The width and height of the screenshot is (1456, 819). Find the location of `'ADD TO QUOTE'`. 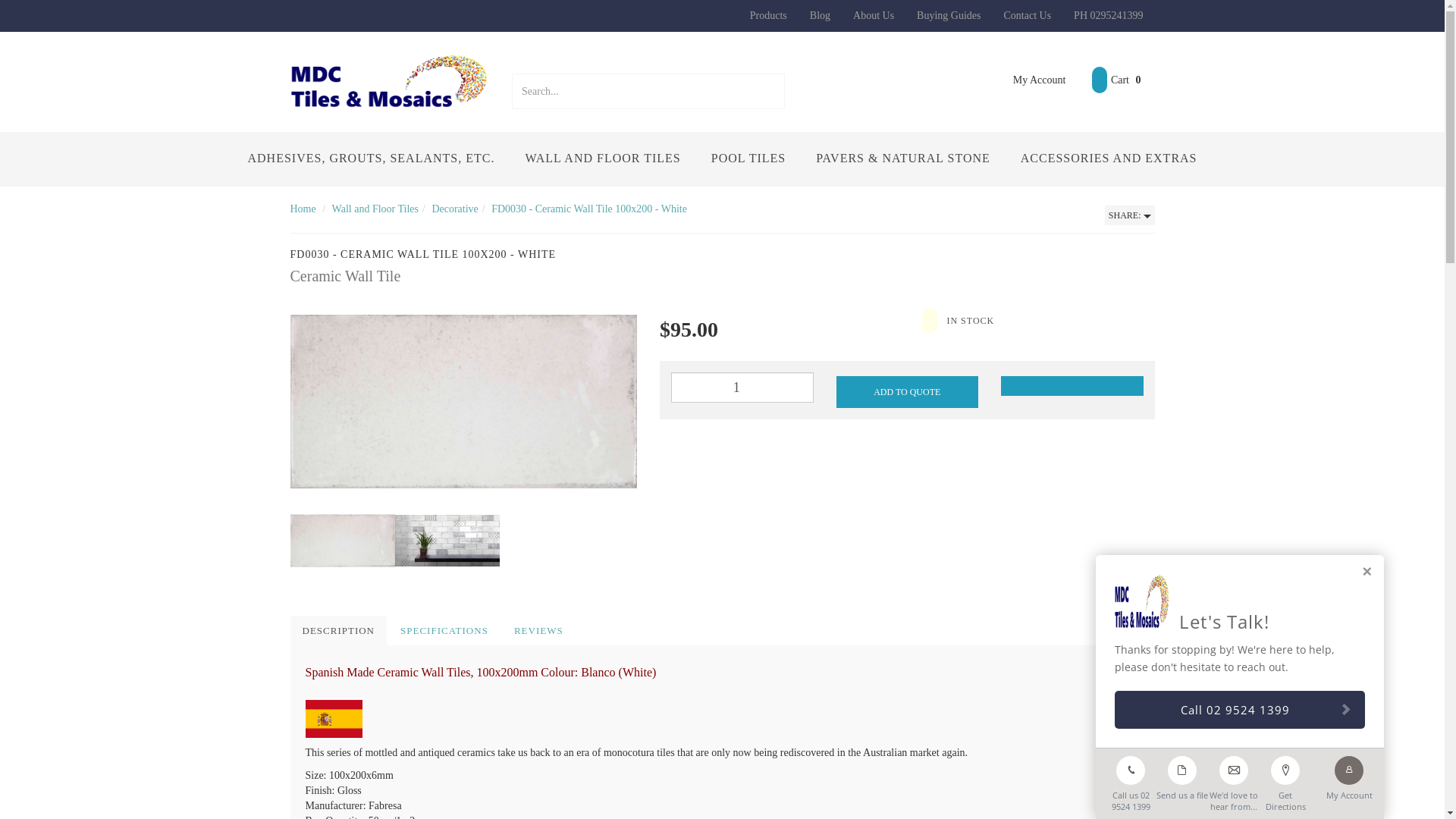

'ADD TO QUOTE' is located at coordinates (835, 391).